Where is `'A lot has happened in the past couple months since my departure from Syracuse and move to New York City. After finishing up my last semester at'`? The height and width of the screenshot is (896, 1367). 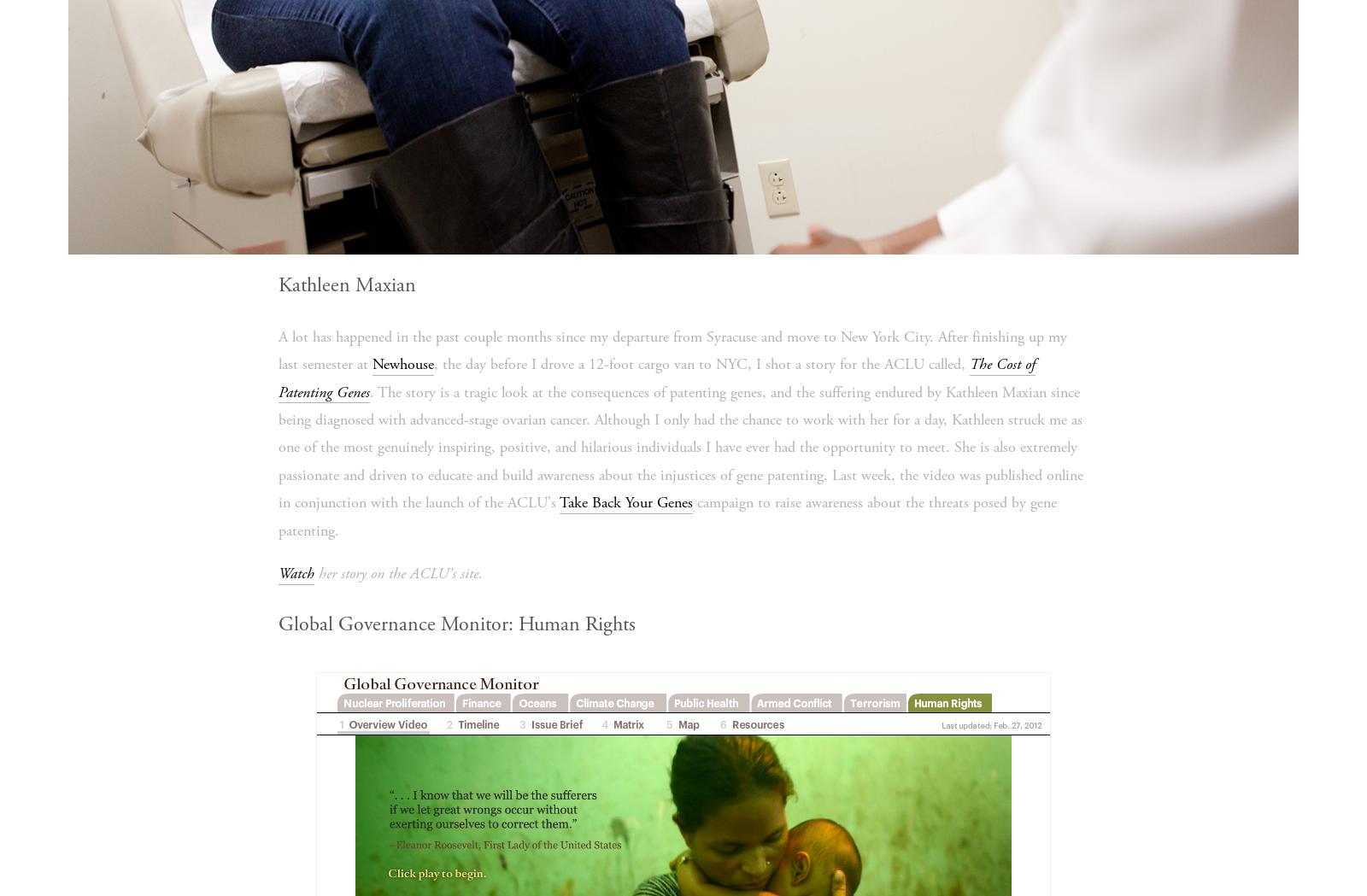 'A lot has happened in the past couple months since my departure from Syracuse and move to New York City. After finishing up my last semester at' is located at coordinates (672, 348).